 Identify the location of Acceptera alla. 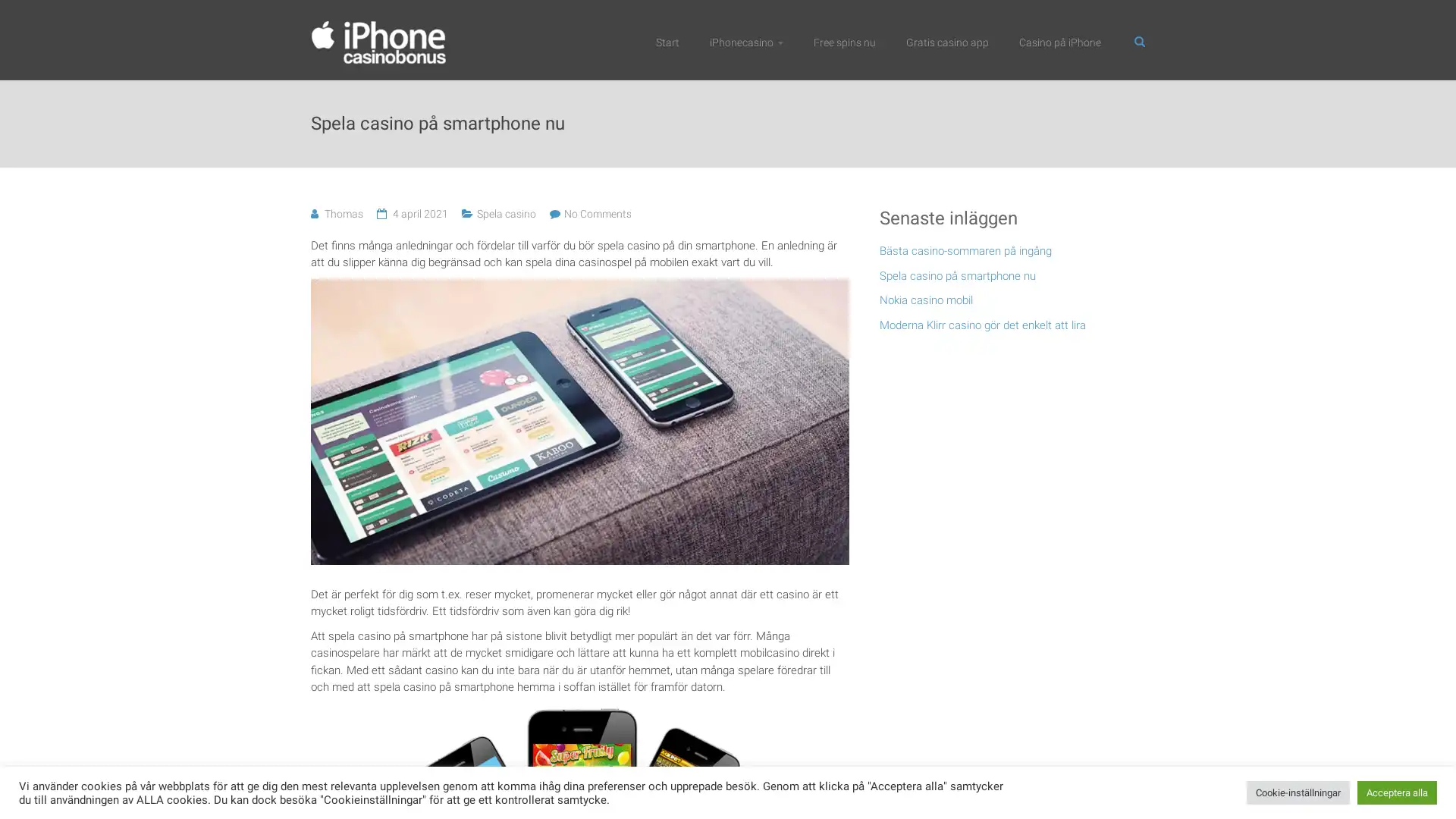
(1396, 792).